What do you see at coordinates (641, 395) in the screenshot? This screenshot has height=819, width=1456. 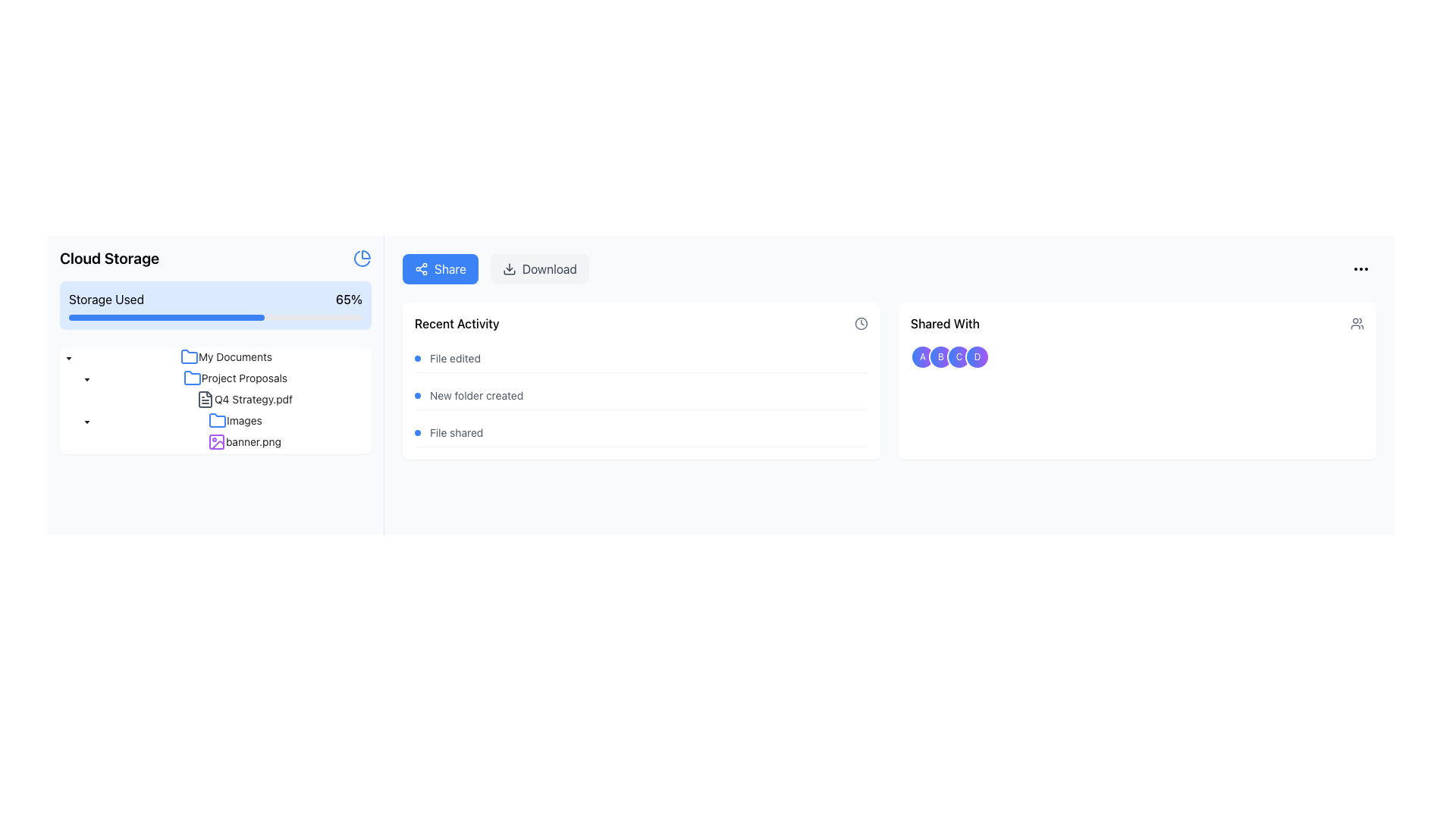 I see `the second entry in the 'Recent Activity' section, which indicates the creation of a new folder, positioned between 'File edited' and 'File shared'` at bounding box center [641, 395].